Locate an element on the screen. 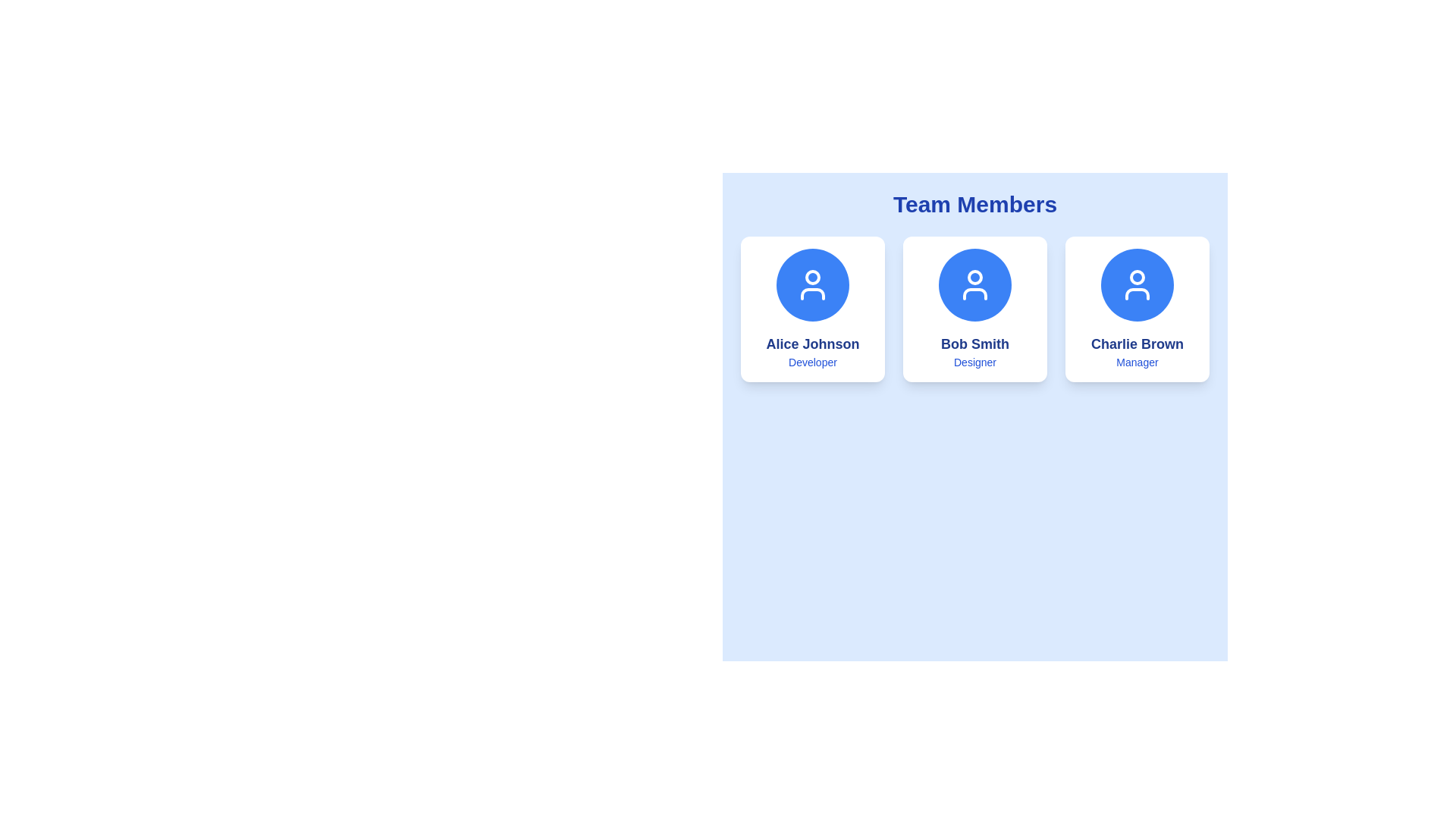 The height and width of the screenshot is (819, 1456). the profile card of 'Bob Smith, Designer' is located at coordinates (975, 309).